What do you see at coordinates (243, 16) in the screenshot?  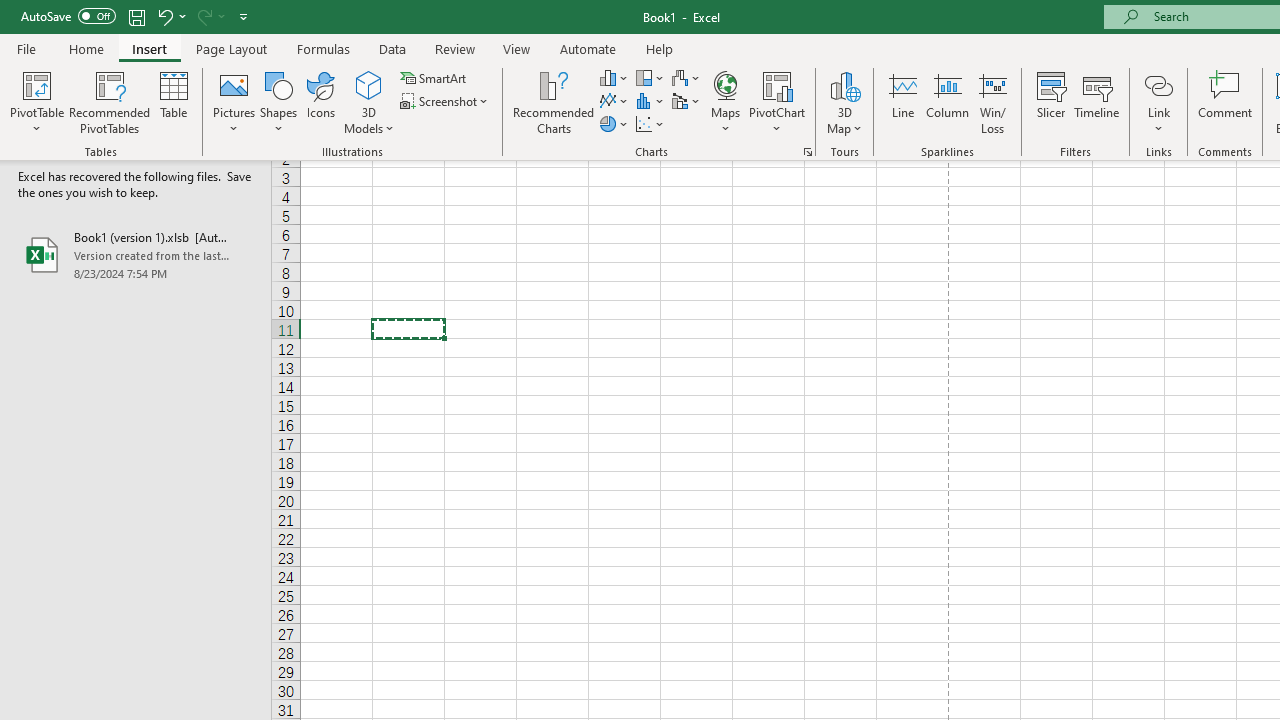 I see `'Customize Quick Access Toolbar'` at bounding box center [243, 16].